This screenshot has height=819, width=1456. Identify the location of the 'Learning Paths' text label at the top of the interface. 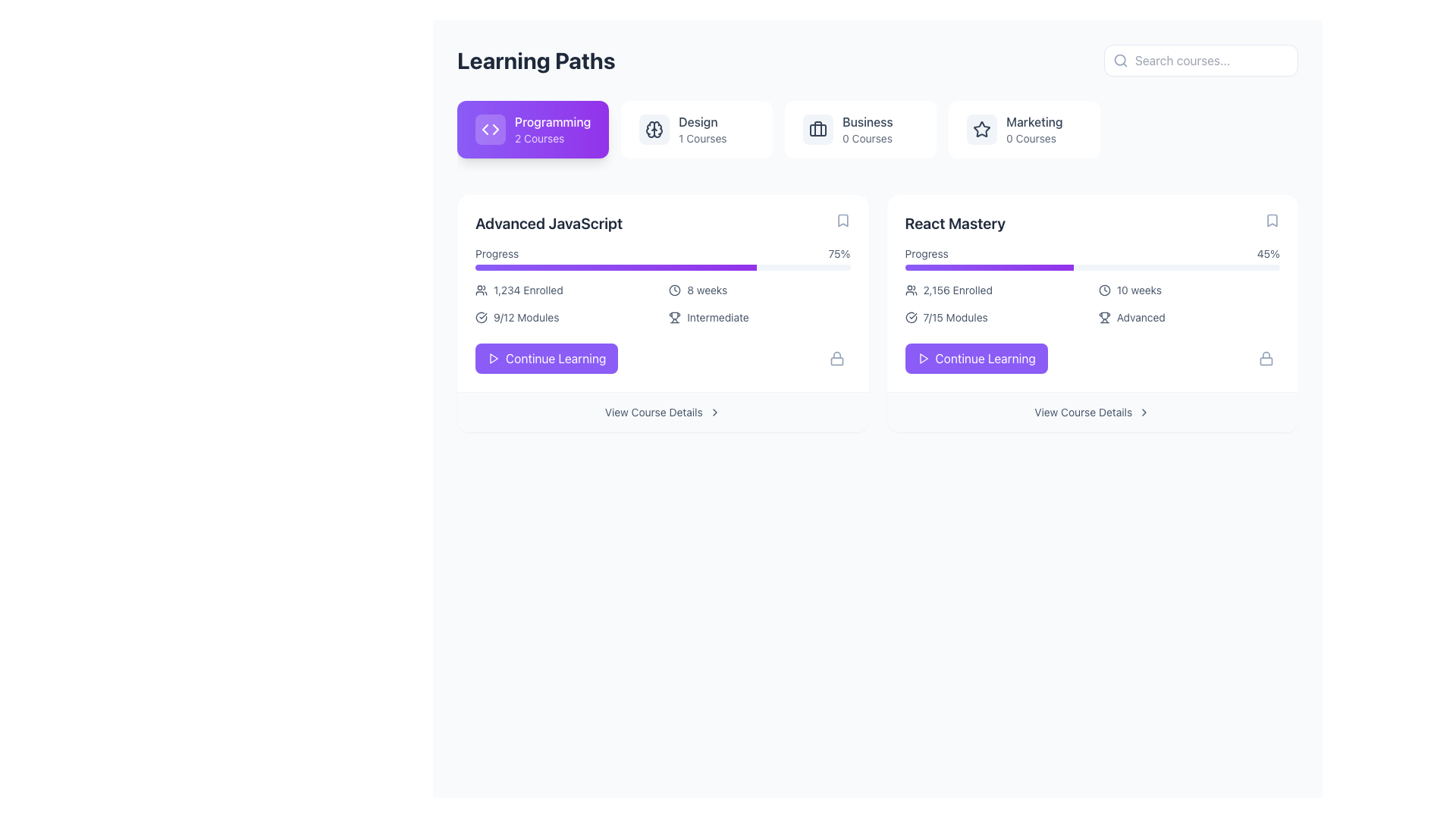
(536, 60).